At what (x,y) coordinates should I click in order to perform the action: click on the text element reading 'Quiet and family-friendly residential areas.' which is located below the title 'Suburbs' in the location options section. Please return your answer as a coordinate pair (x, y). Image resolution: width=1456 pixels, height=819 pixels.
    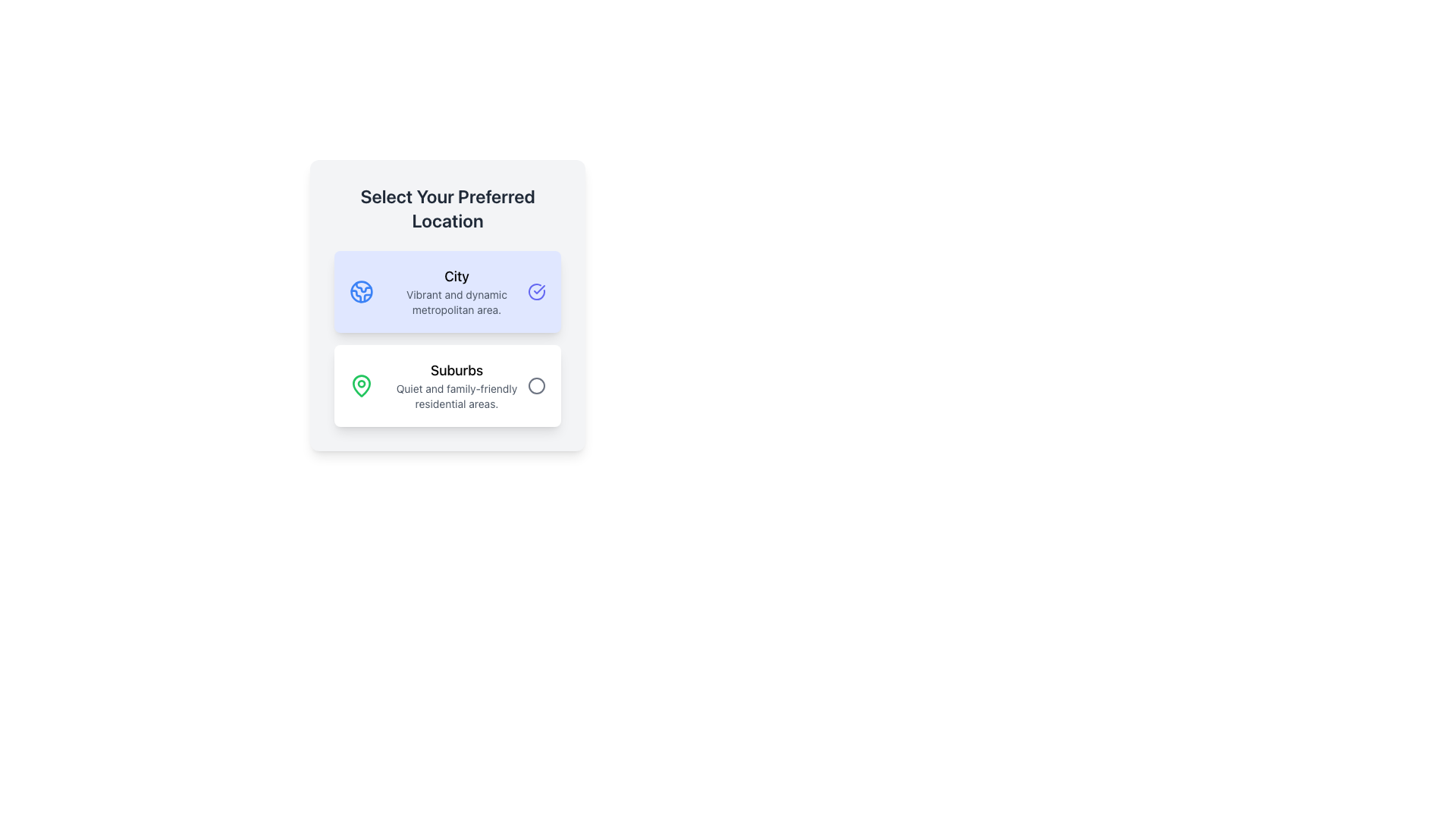
    Looking at the image, I should click on (456, 396).